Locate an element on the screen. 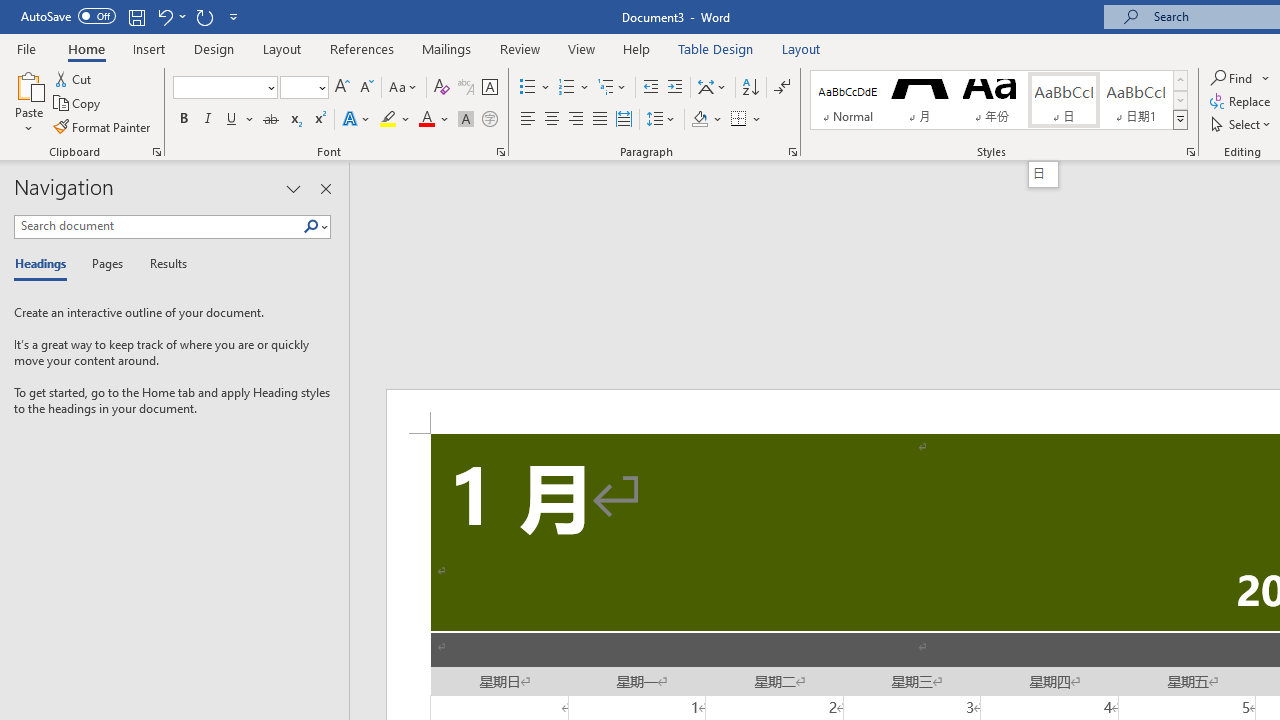 Image resolution: width=1280 pixels, height=720 pixels. 'Bullets' is located at coordinates (535, 86).